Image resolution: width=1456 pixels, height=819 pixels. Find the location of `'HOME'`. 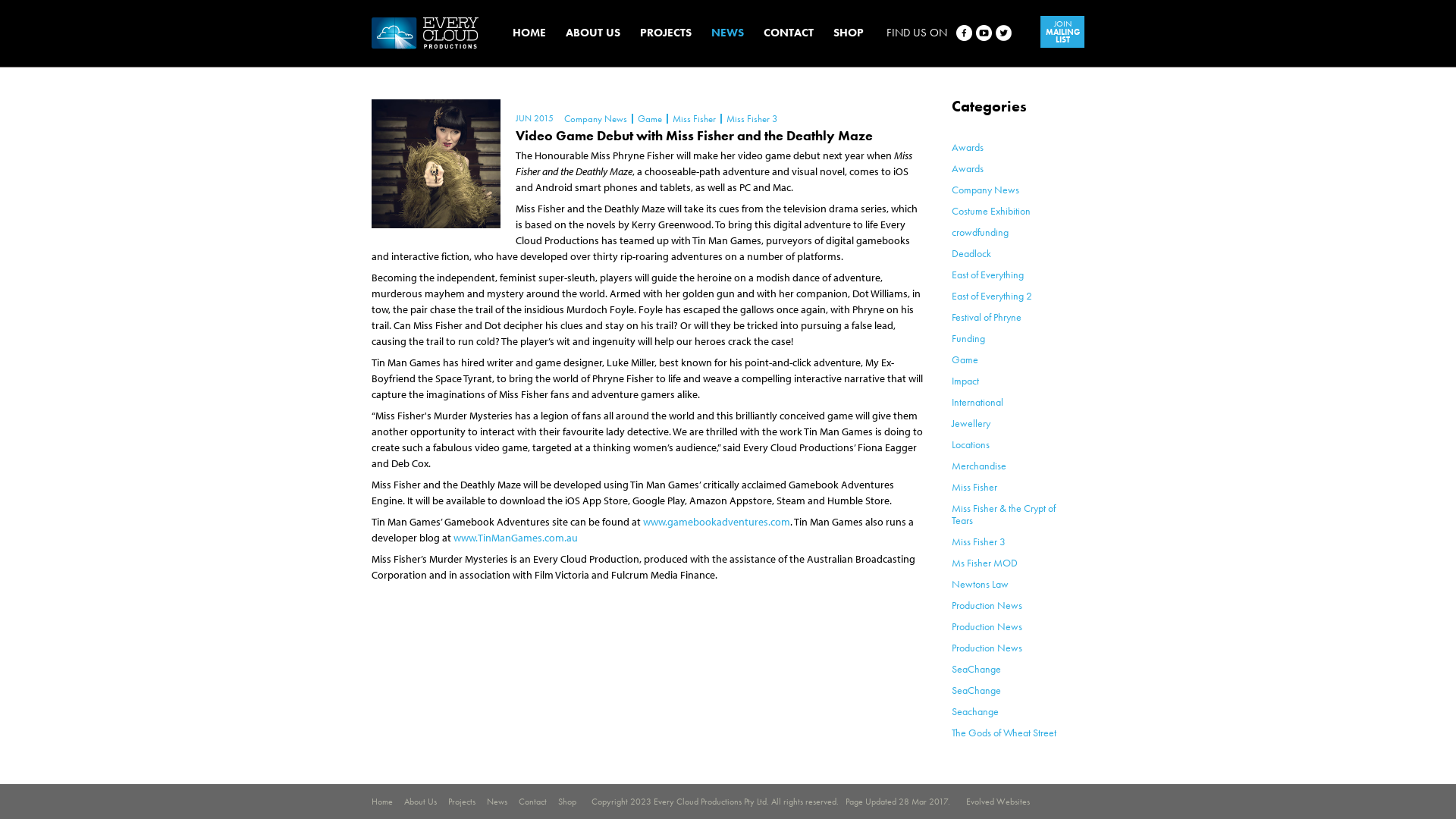

'HOME' is located at coordinates (529, 32).